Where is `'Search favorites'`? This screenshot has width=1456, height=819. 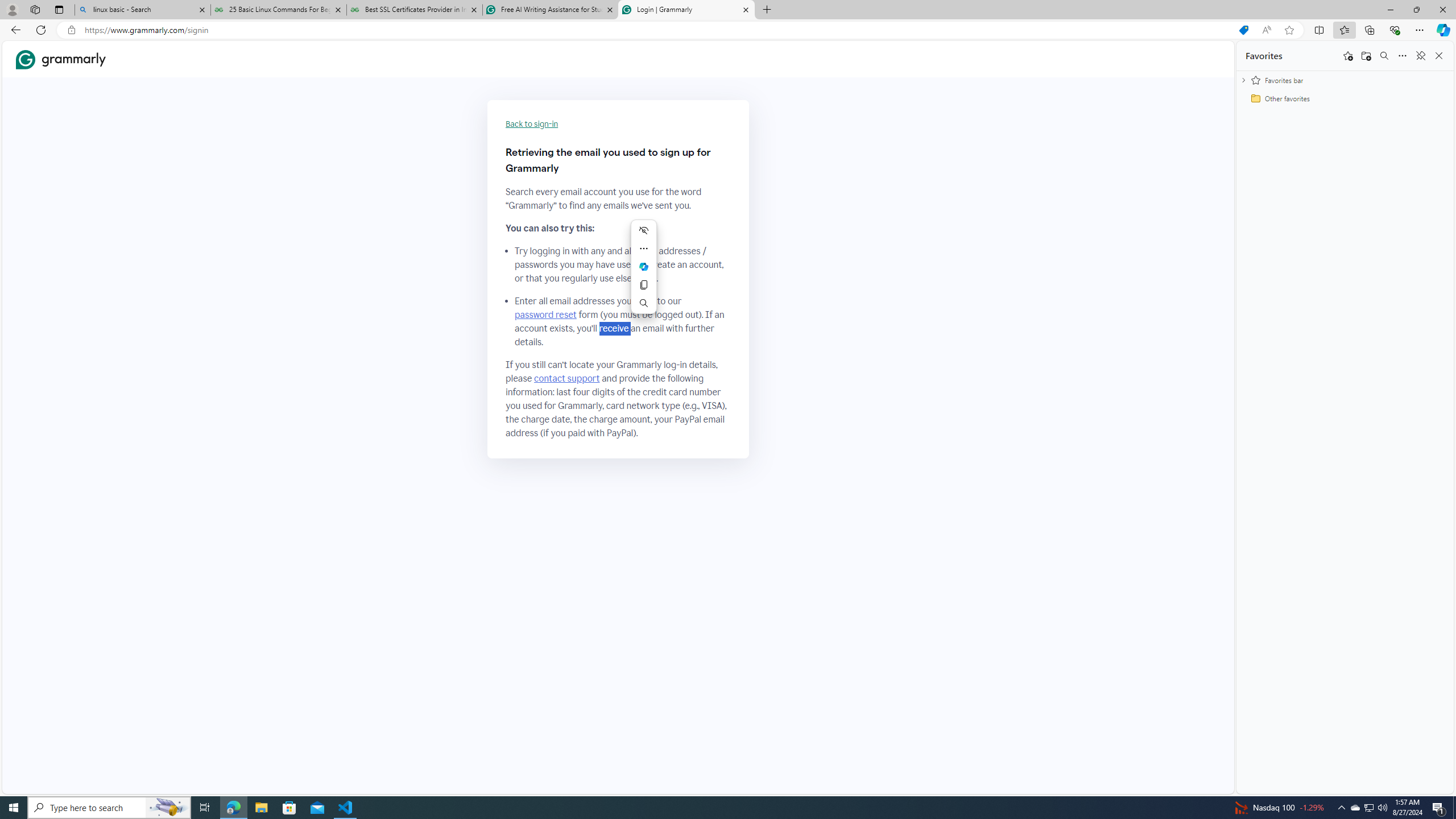
'Search favorites' is located at coordinates (1384, 55).